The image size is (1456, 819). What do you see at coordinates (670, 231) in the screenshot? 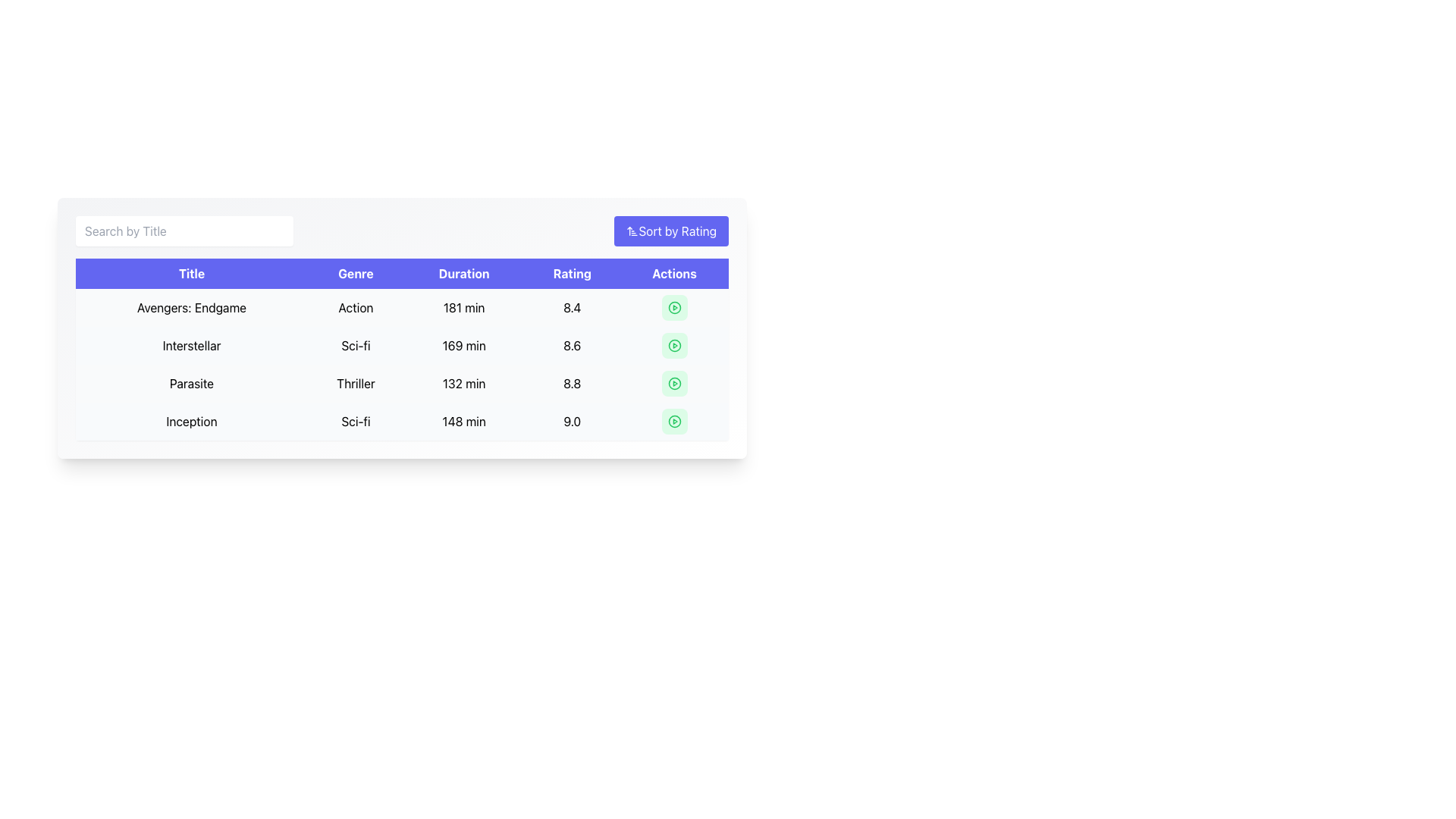
I see `the button located at the right end of the horizontal bar, next to the 'Search by Title' input field, to sort items by their rating in ascending order` at bounding box center [670, 231].